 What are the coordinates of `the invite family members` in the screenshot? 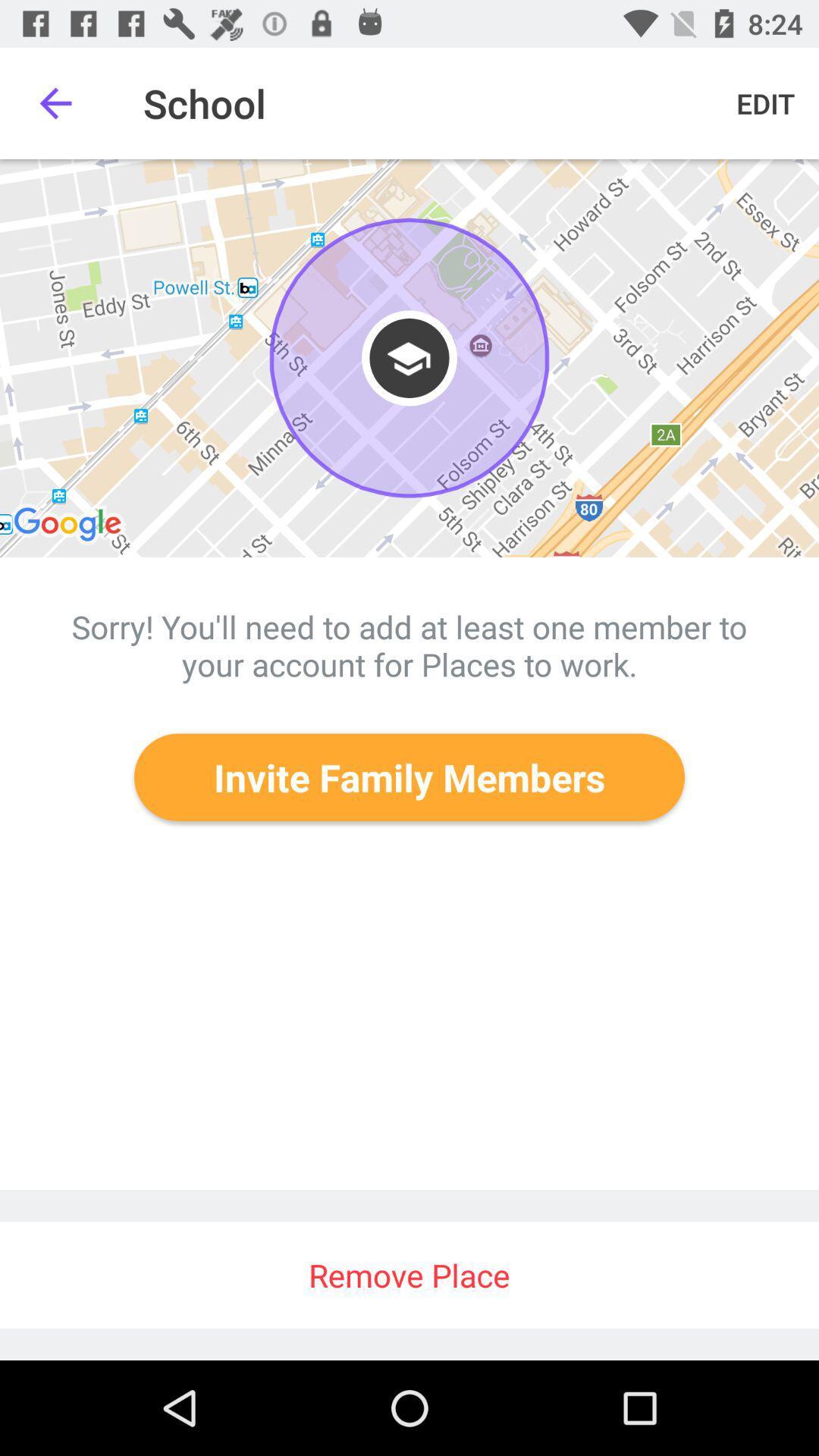 It's located at (409, 777).